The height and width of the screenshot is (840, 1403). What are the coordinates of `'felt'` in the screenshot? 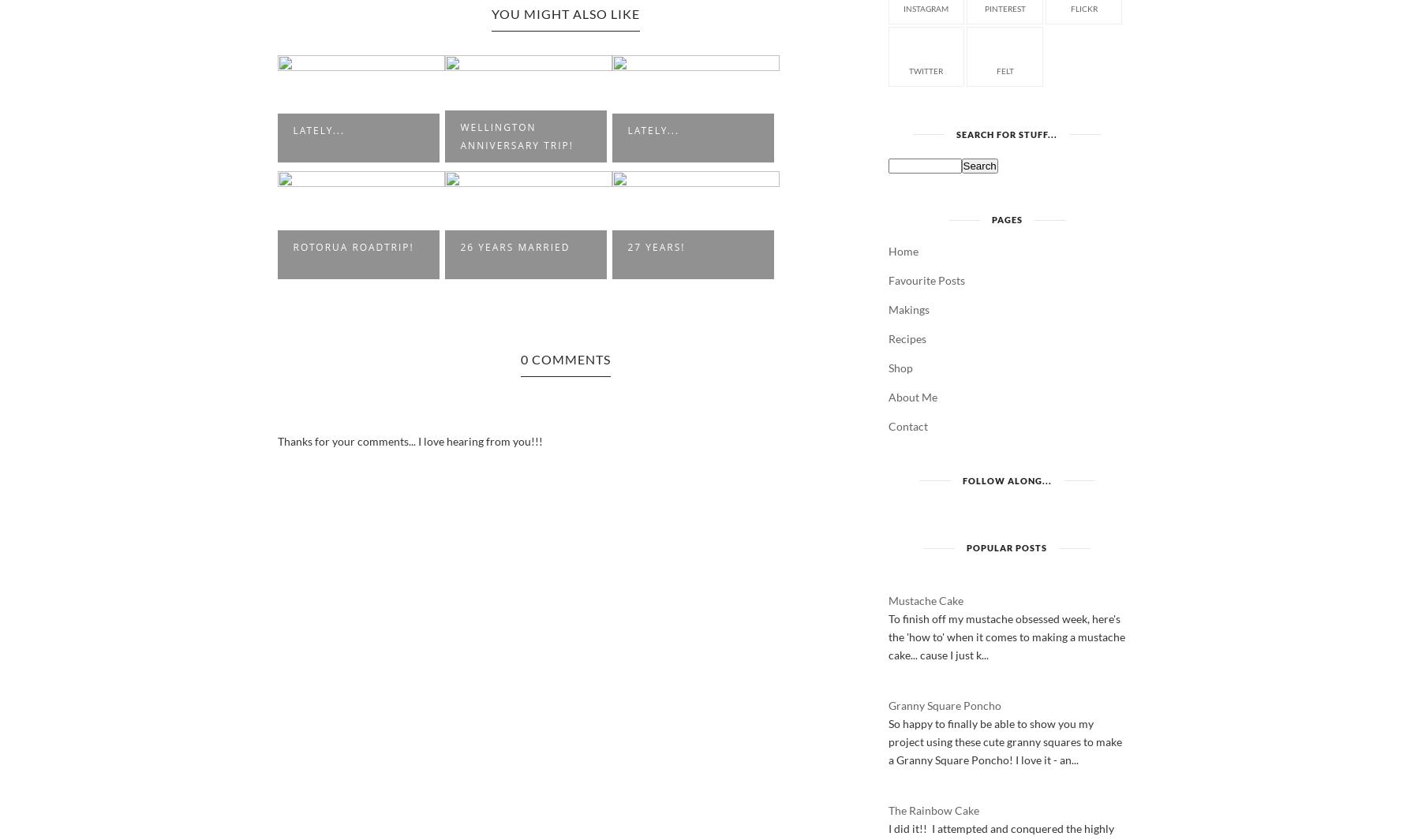 It's located at (1005, 69).